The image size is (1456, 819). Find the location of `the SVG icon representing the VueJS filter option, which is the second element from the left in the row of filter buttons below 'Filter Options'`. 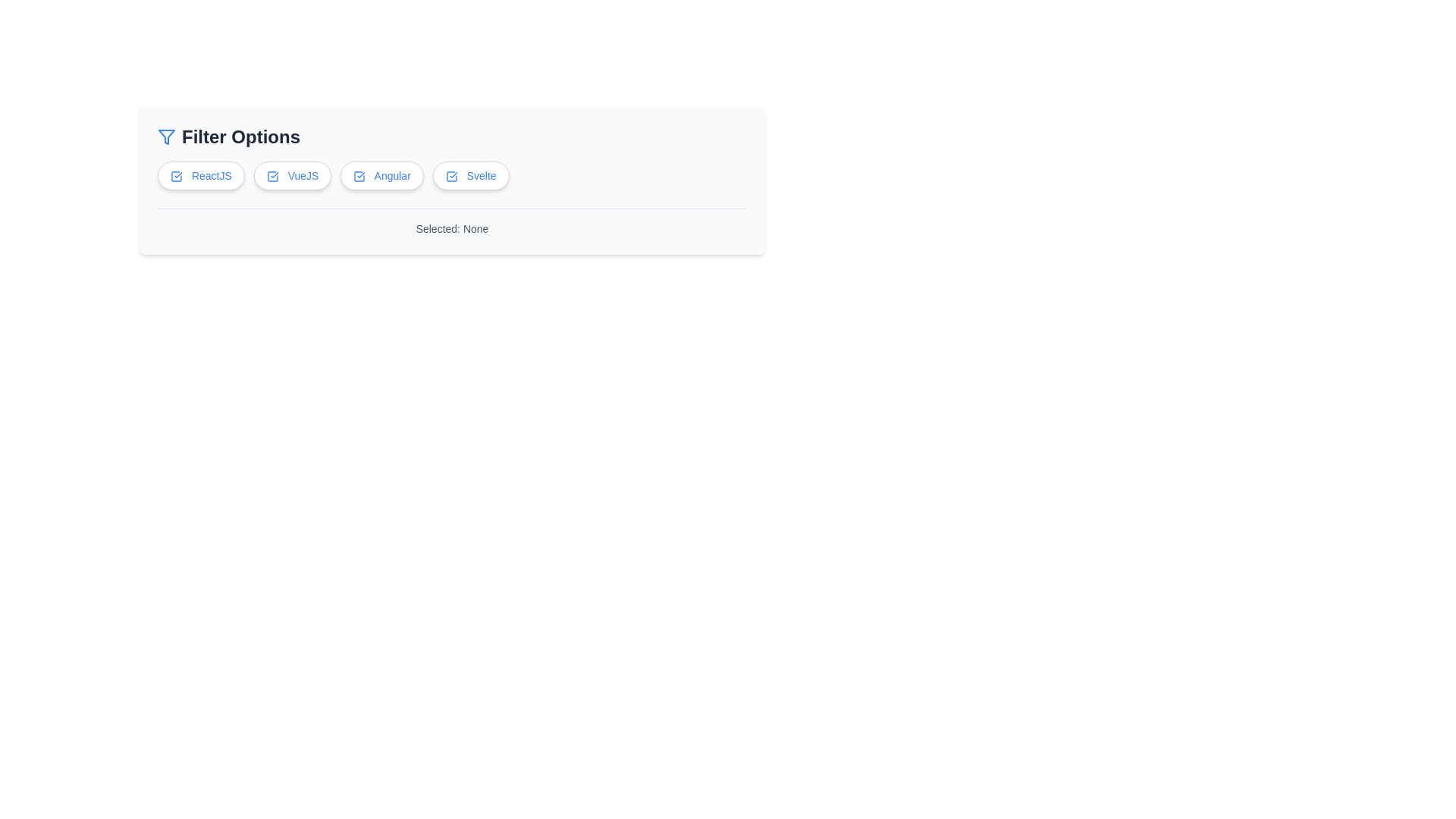

the SVG icon representing the VueJS filter option, which is the second element from the left in the row of filter buttons below 'Filter Options' is located at coordinates (272, 176).